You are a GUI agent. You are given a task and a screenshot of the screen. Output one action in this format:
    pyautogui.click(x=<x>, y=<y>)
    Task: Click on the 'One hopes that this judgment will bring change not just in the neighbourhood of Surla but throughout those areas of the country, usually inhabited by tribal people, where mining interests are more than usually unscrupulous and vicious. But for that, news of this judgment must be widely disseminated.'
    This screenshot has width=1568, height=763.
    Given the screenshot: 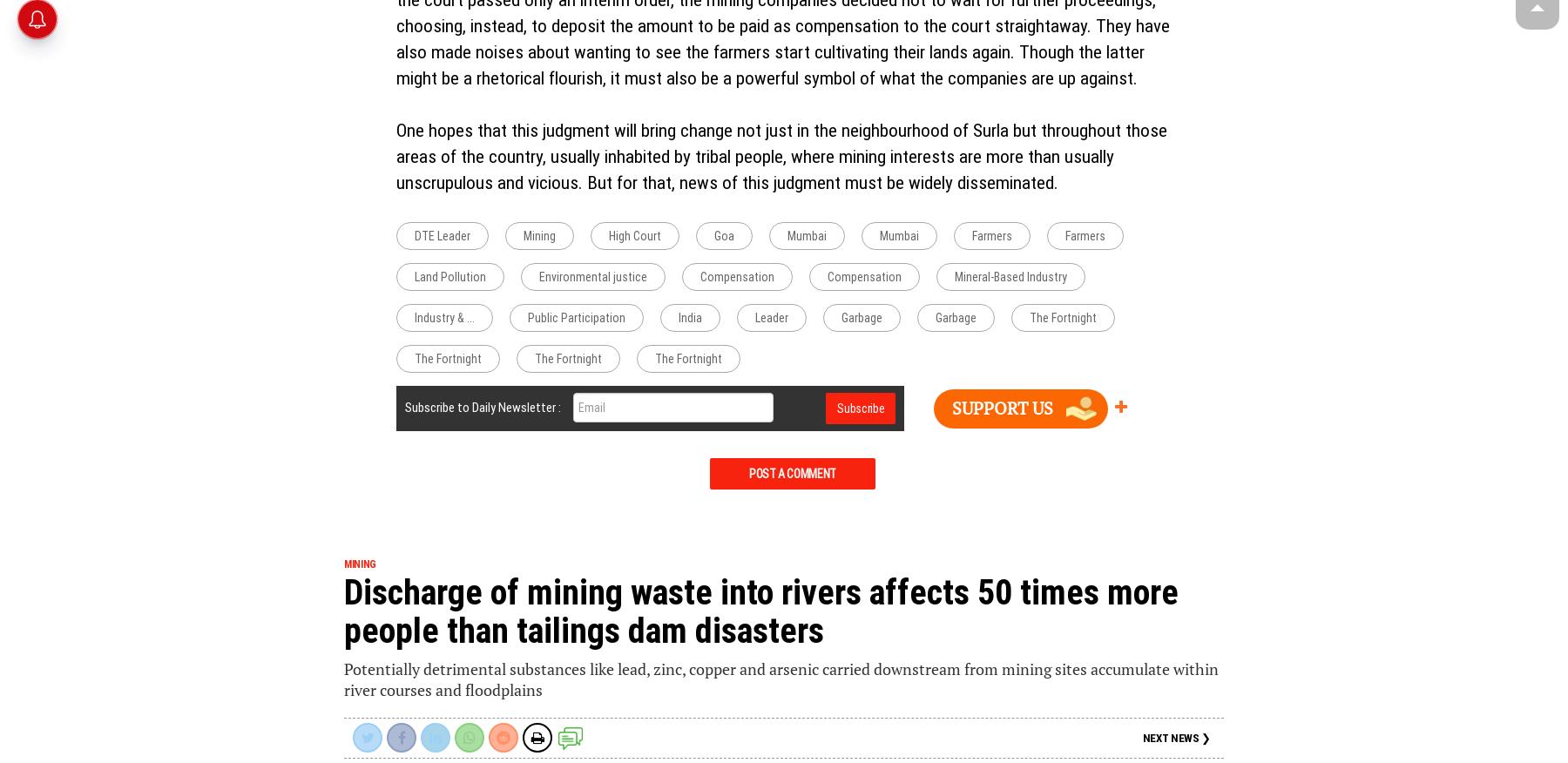 What is the action you would take?
    pyautogui.click(x=781, y=157)
    